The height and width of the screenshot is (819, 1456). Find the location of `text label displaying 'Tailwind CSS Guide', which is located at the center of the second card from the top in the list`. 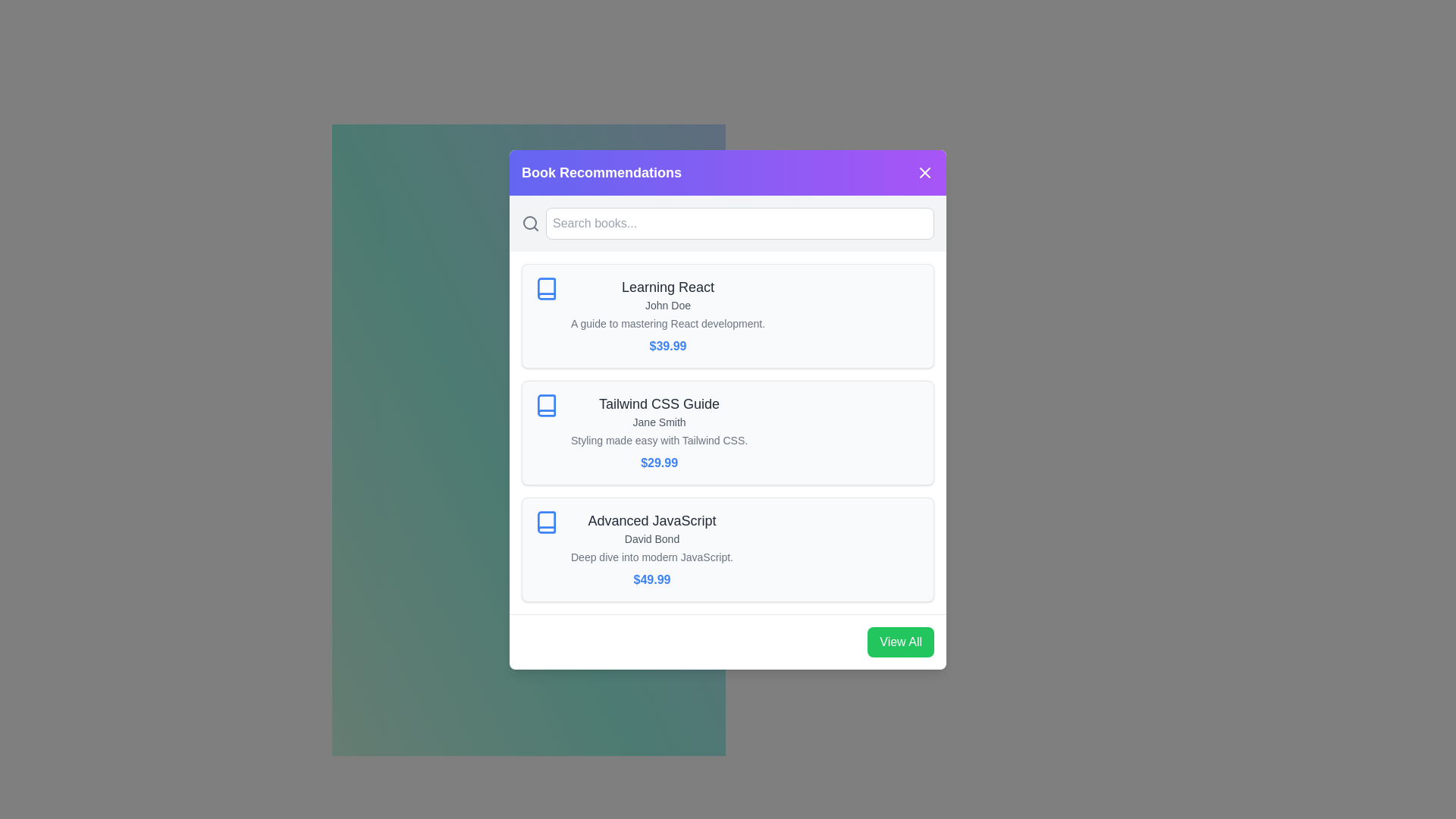

text label displaying 'Tailwind CSS Guide', which is located at the center of the second card from the top in the list is located at coordinates (659, 403).